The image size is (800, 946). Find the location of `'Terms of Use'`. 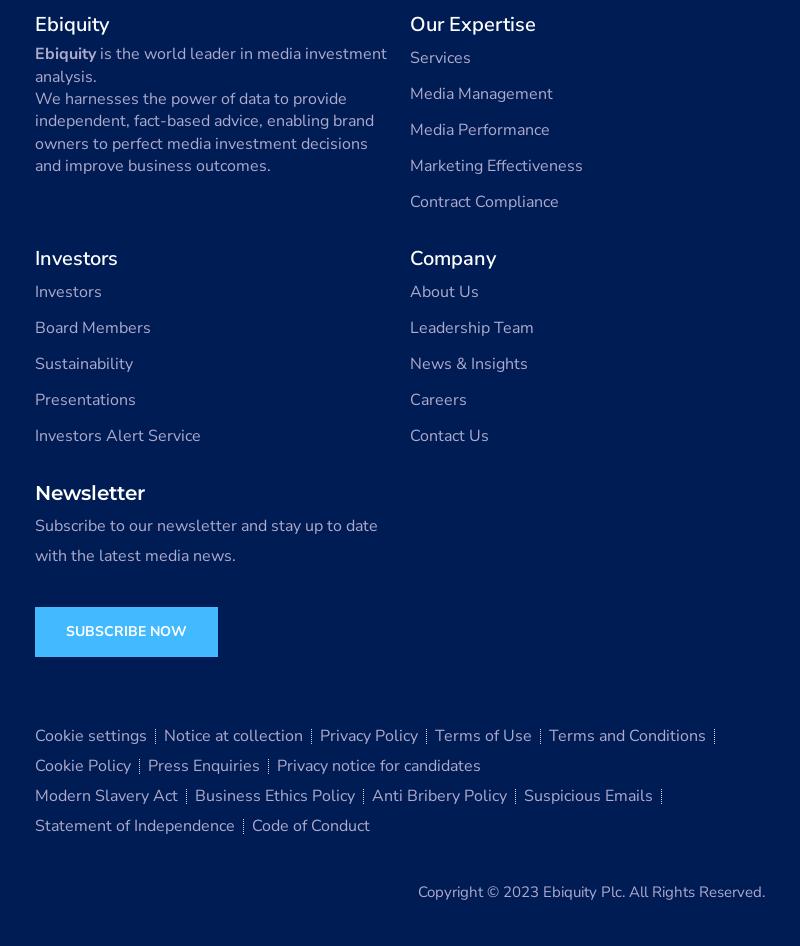

'Terms of Use' is located at coordinates (483, 734).